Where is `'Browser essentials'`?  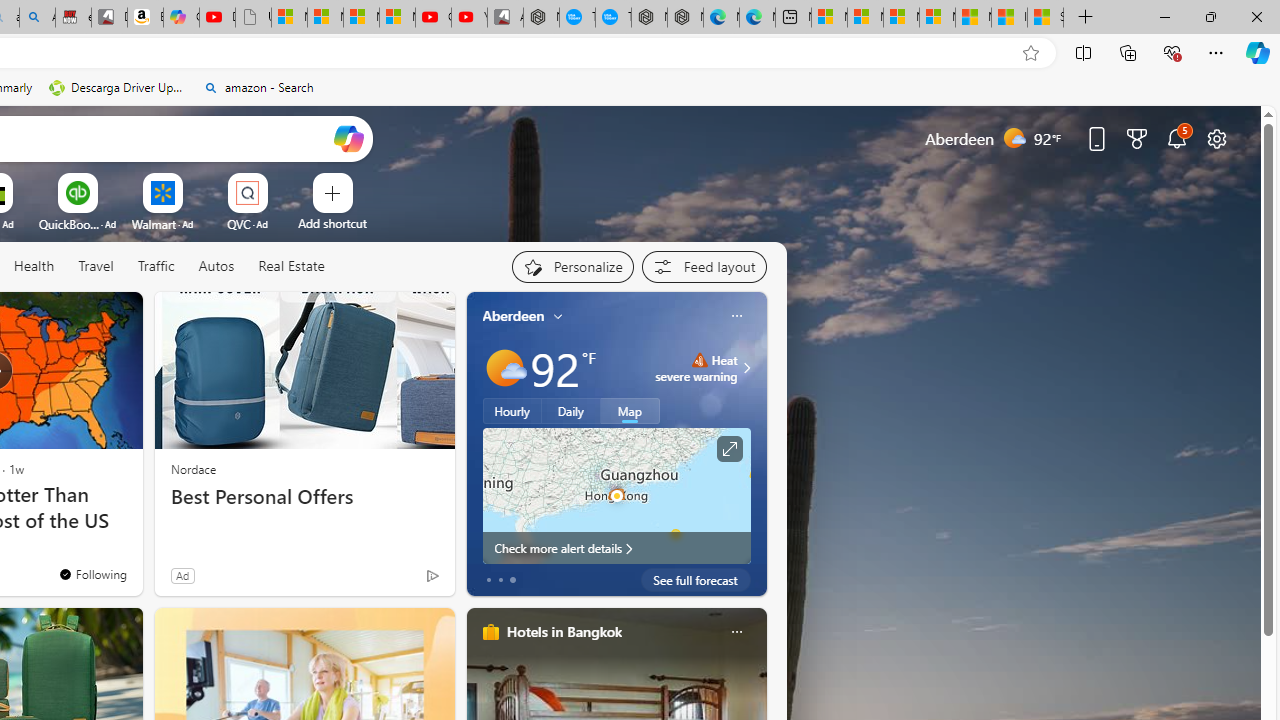 'Browser essentials' is located at coordinates (1171, 51).